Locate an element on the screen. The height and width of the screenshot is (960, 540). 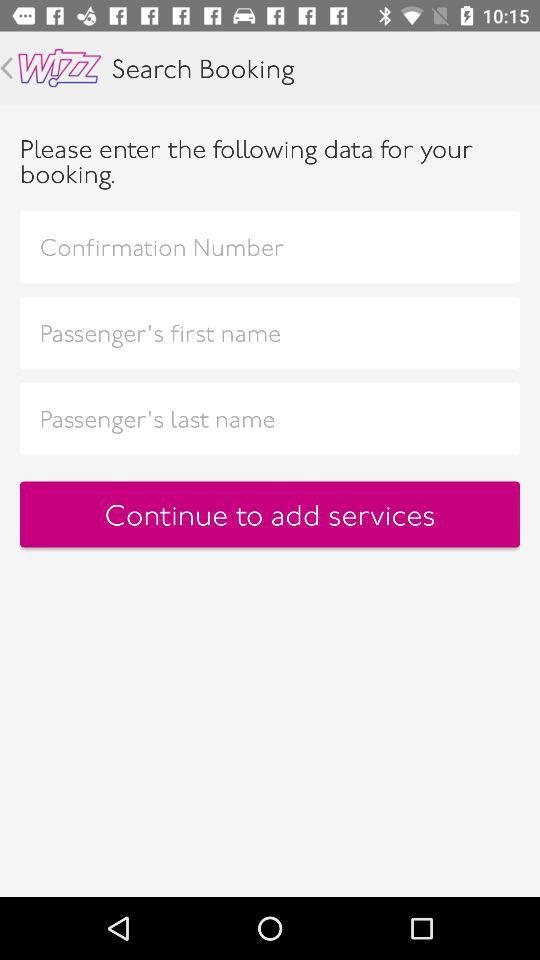
go home is located at coordinates (59, 68).